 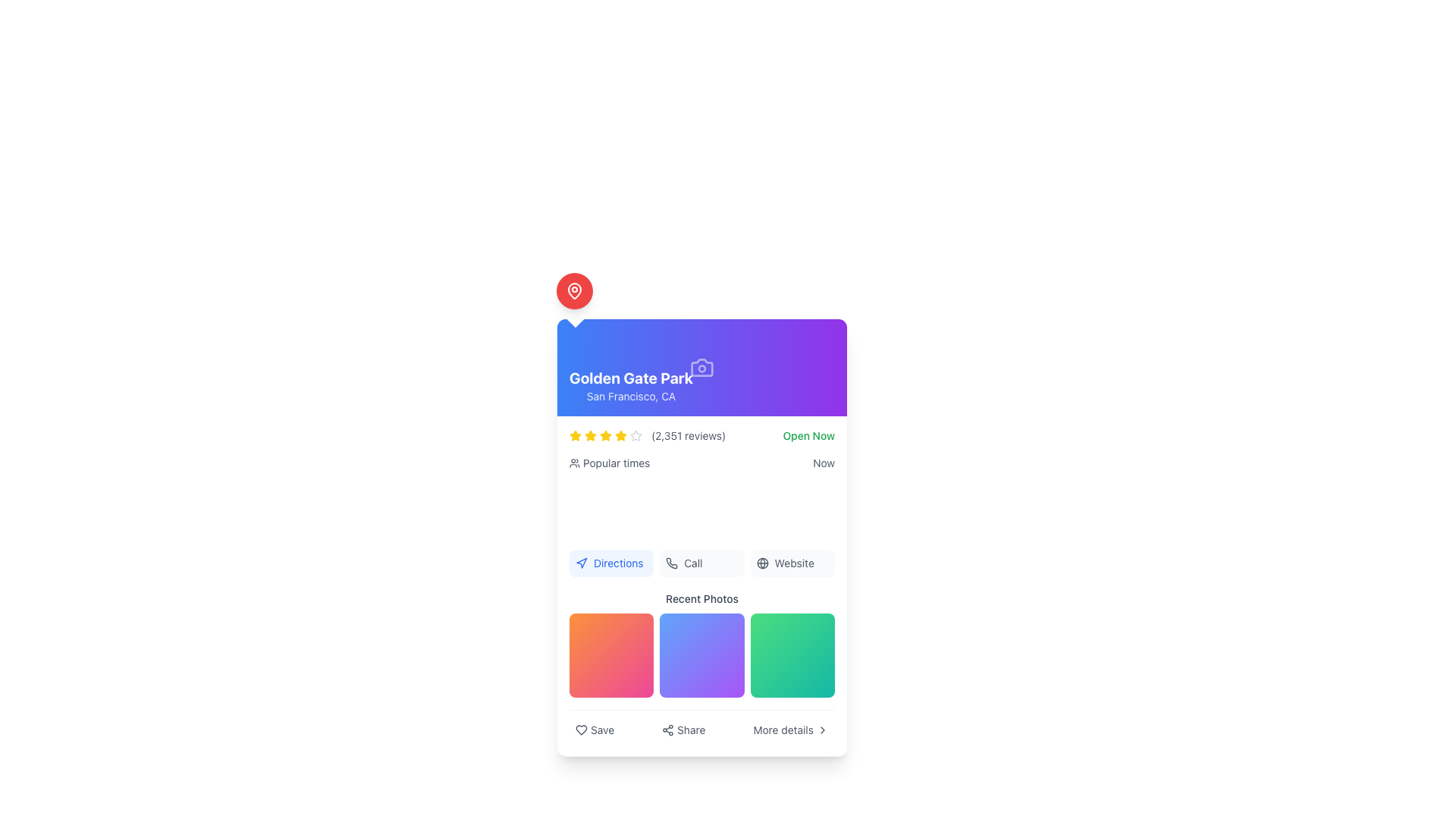 I want to click on the 'Call' icon located to the left of the 'Call' button, which is part of a row of buttons including 'Directions' and 'Website', so click(x=671, y=563).